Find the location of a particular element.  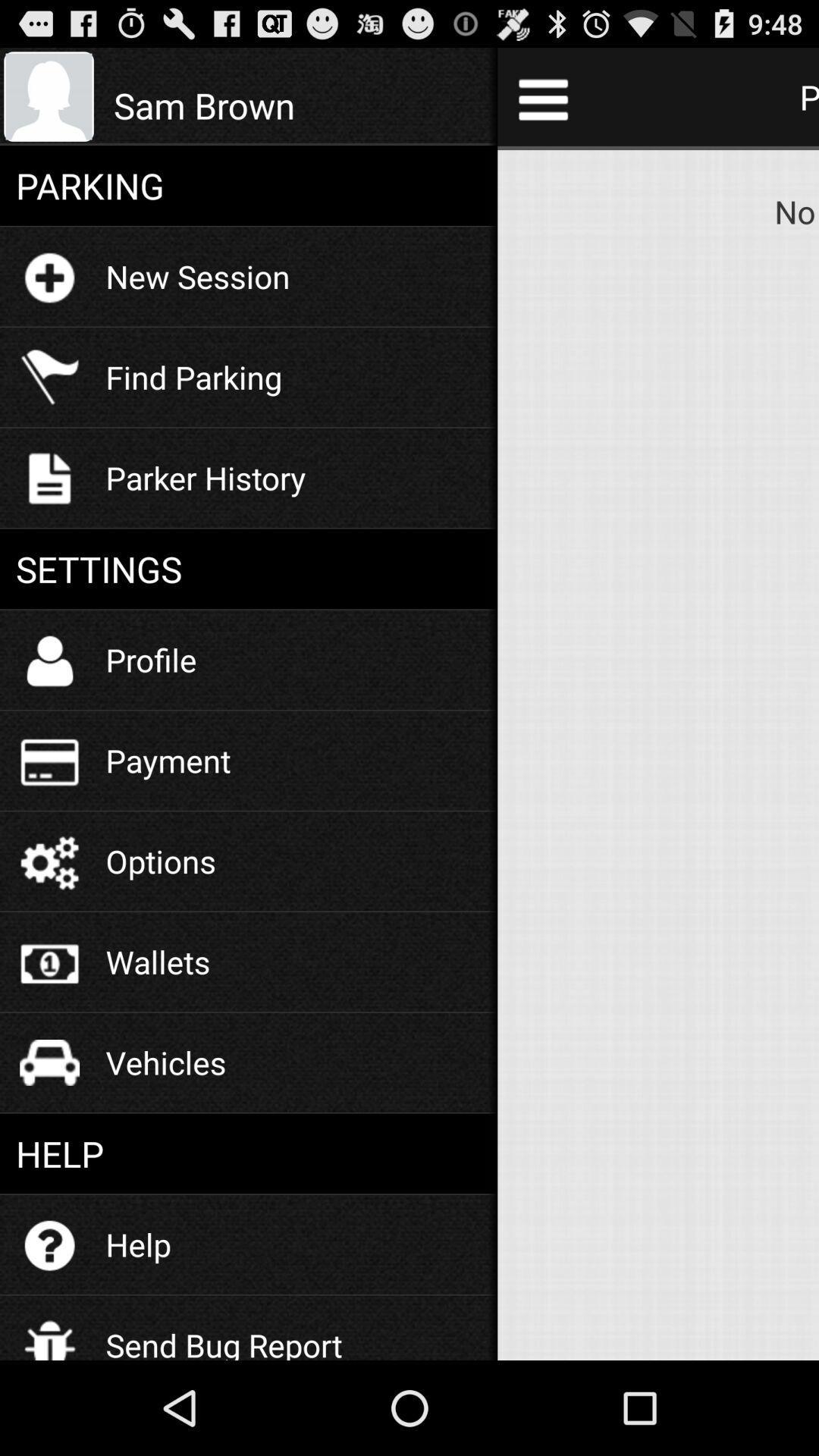

the new session item is located at coordinates (197, 276).